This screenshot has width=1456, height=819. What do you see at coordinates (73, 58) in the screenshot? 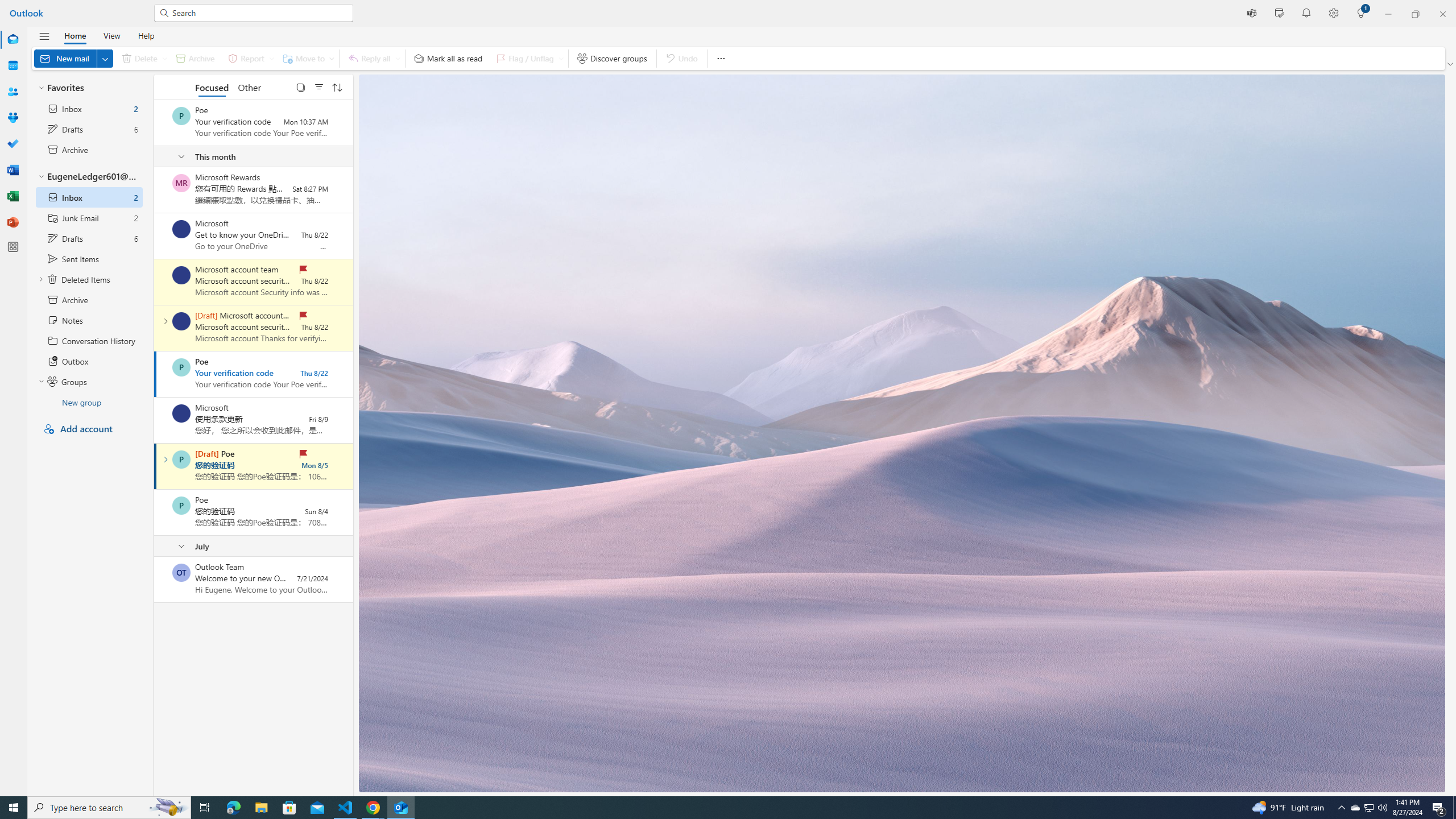
I see `'New mail'` at bounding box center [73, 58].